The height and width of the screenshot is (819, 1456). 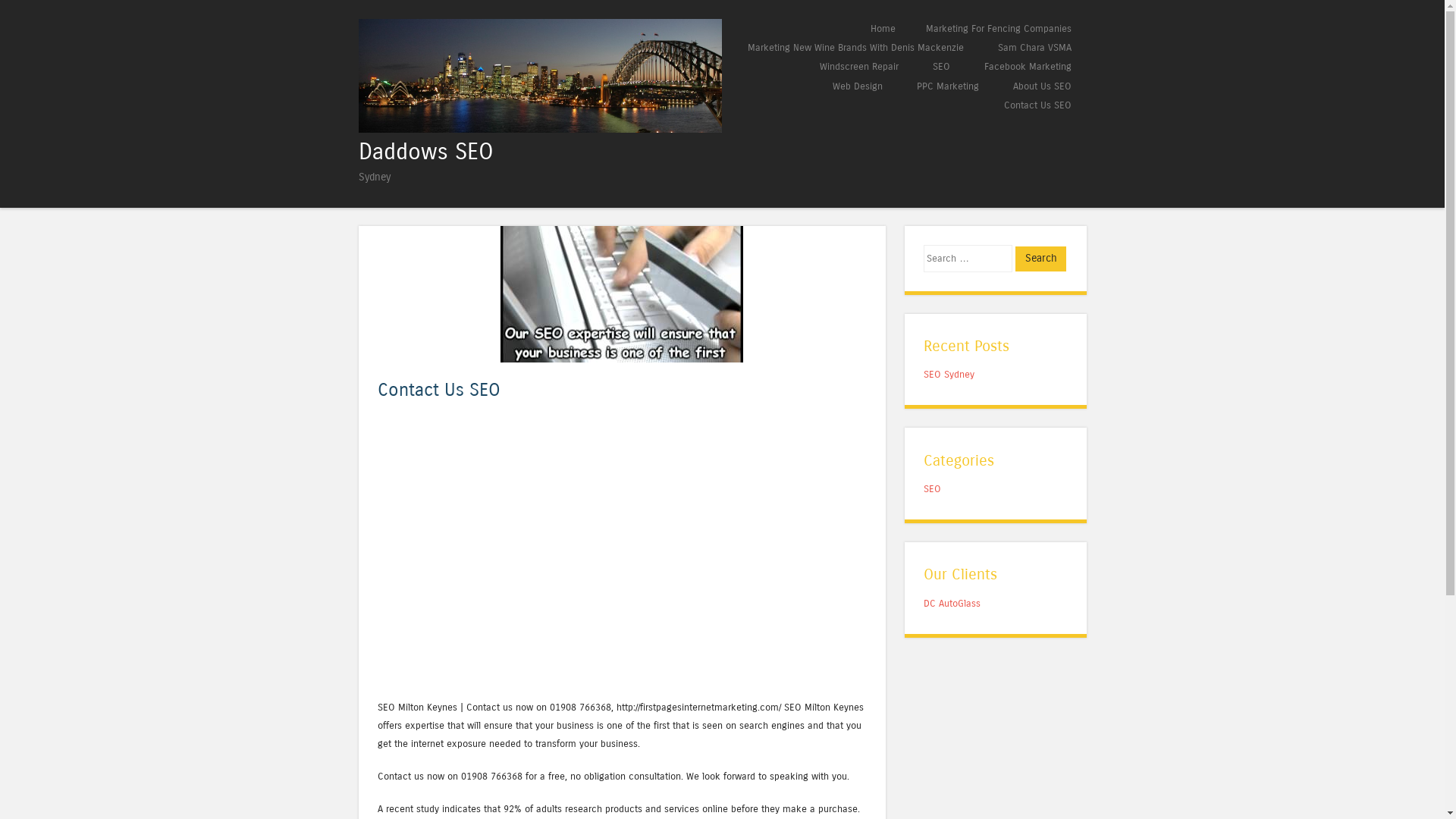 I want to click on 'PPC Marketing', so click(x=946, y=86).